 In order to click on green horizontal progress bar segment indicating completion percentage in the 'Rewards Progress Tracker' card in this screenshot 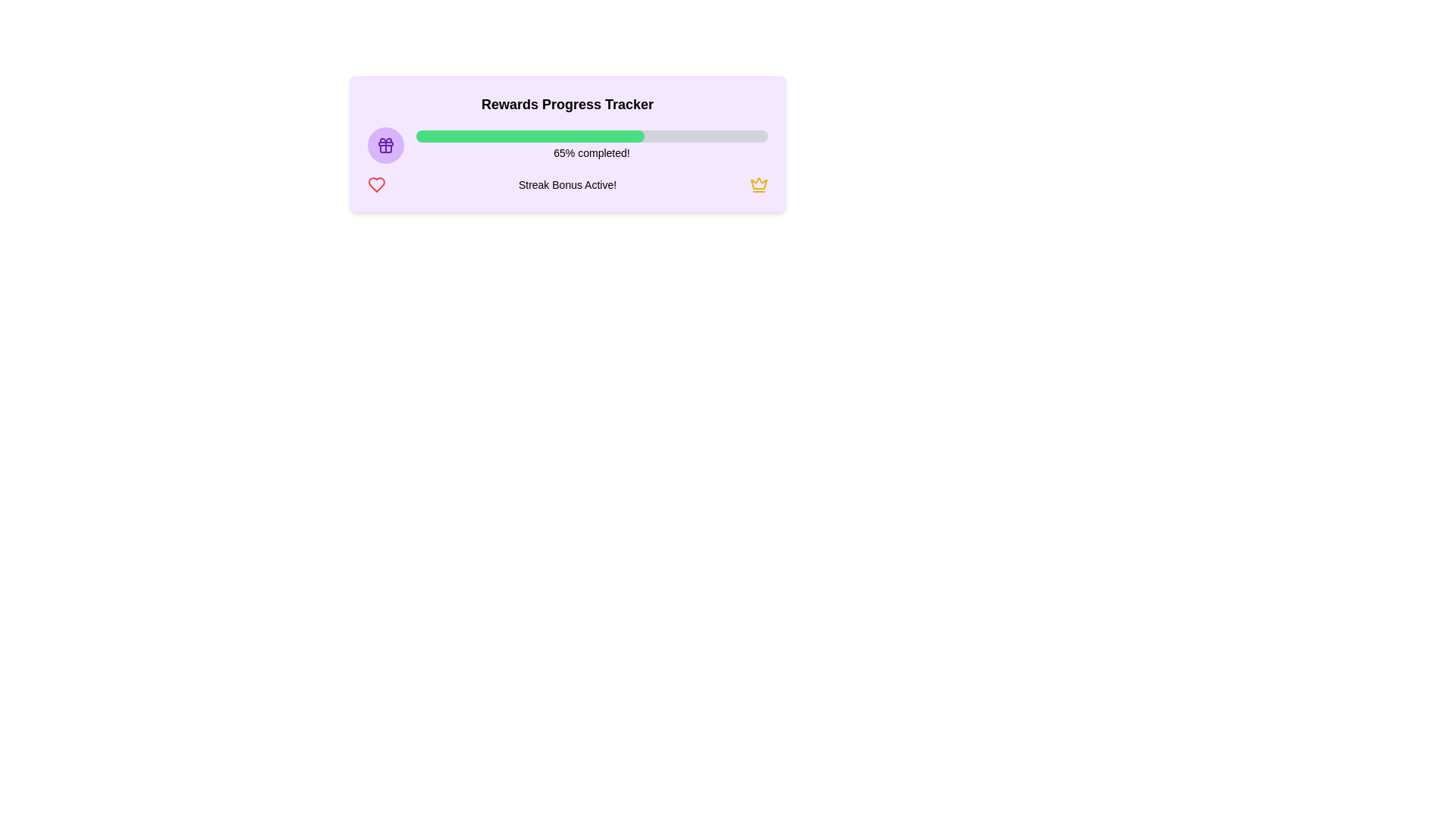, I will do `click(530, 136)`.